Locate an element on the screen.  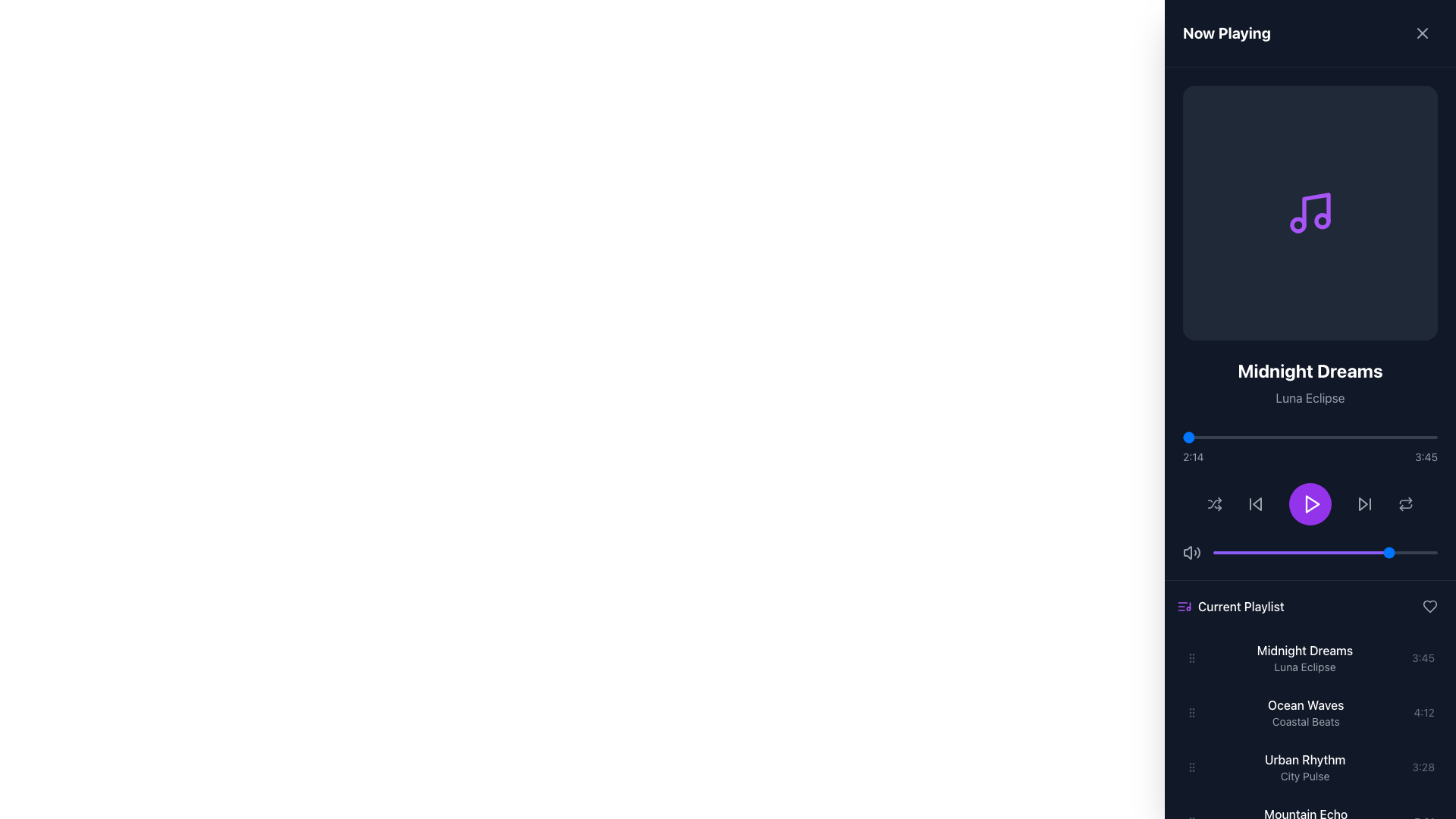
the circular interactive icon with an 'X' symbol located in the upper-right section of the header area is located at coordinates (1422, 33).